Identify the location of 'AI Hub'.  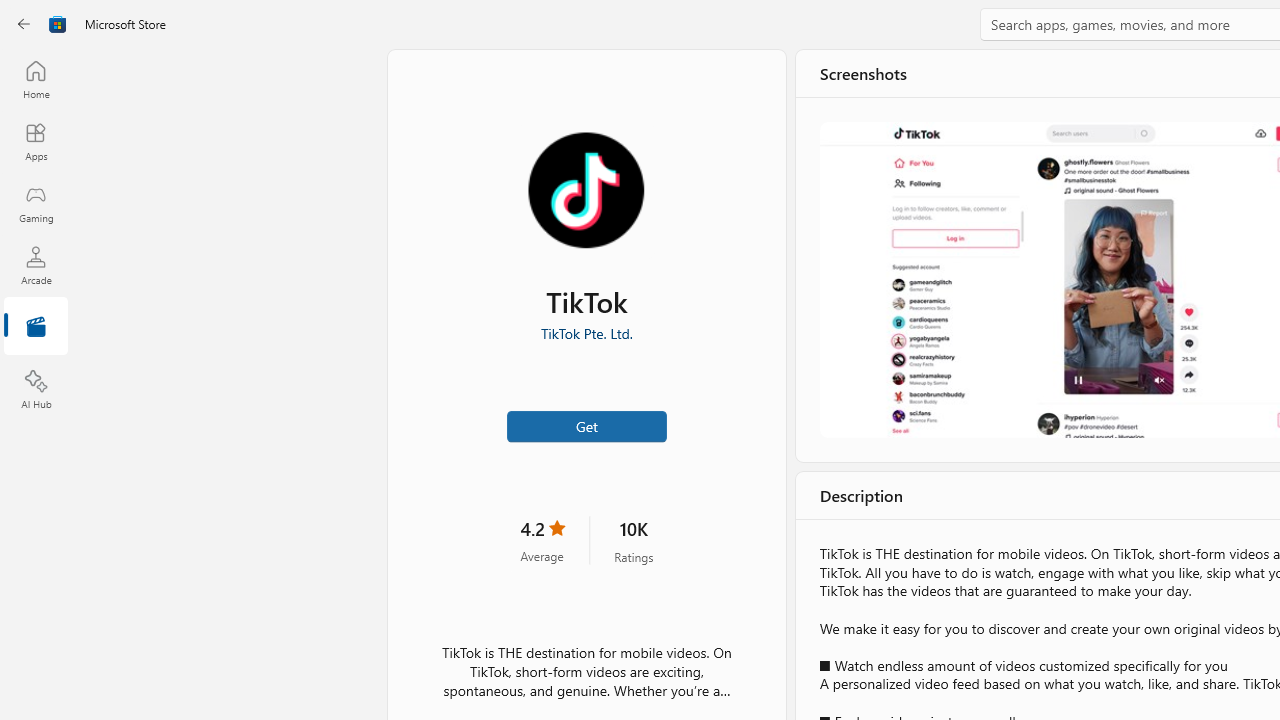
(35, 390).